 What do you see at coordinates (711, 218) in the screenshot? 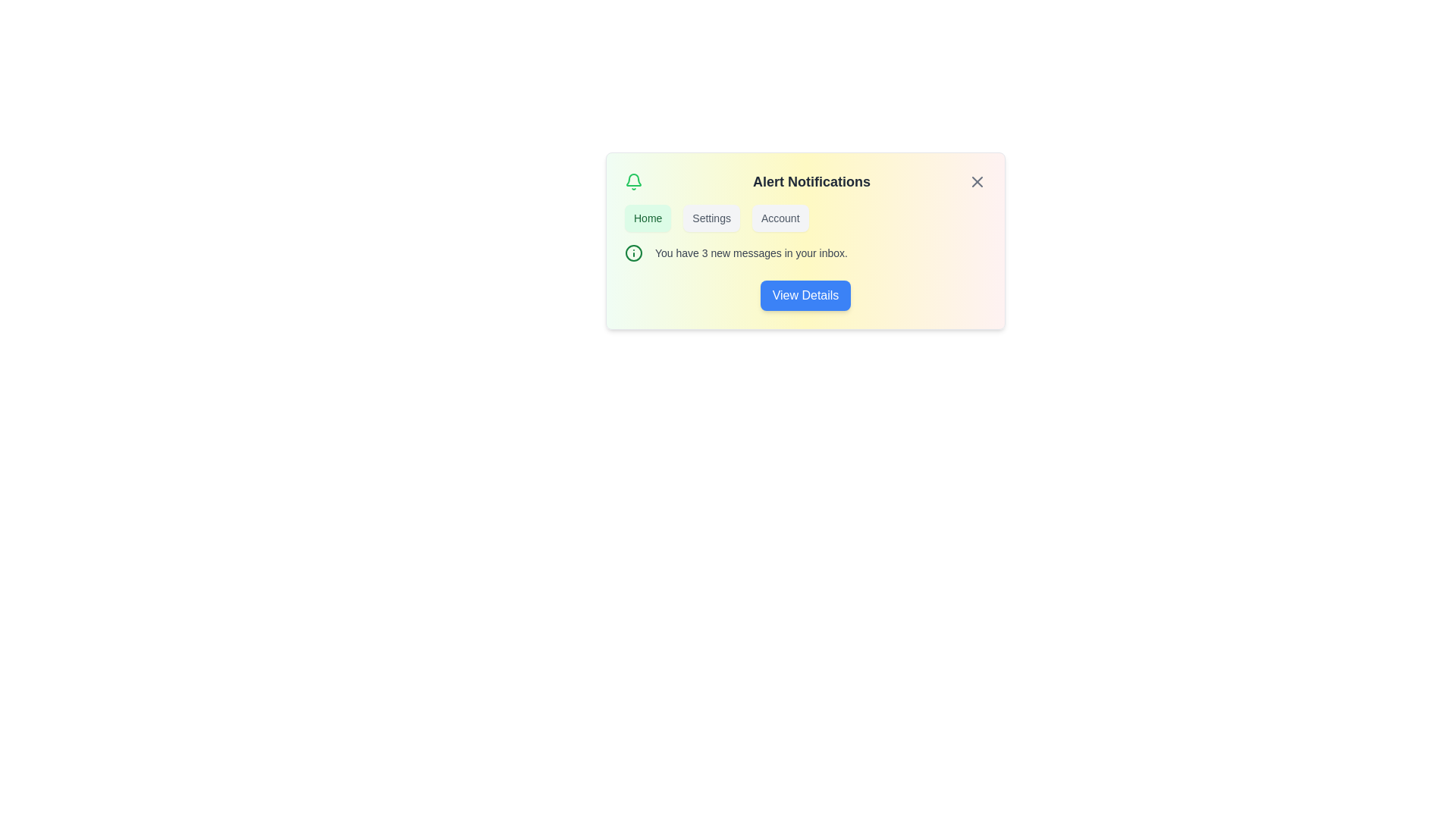
I see `the Settings tab` at bounding box center [711, 218].